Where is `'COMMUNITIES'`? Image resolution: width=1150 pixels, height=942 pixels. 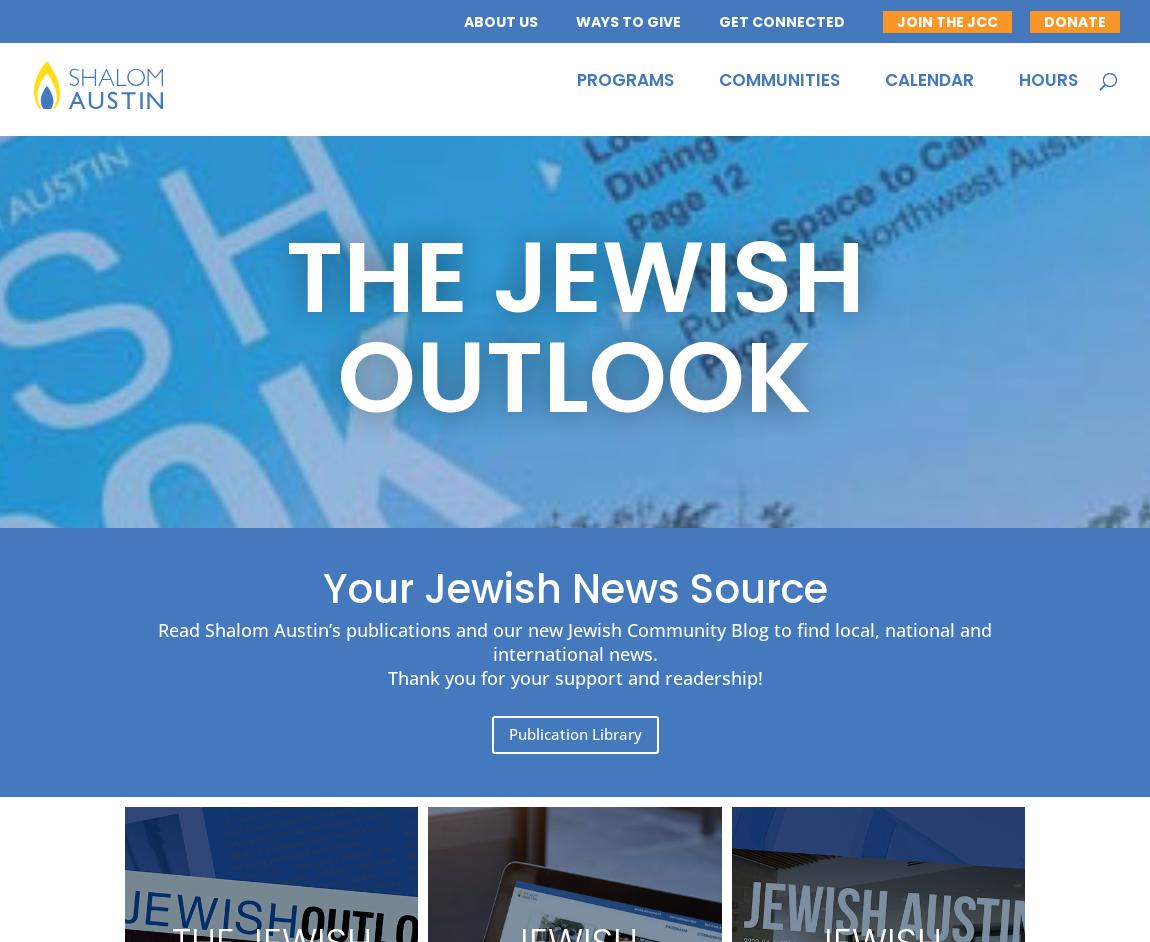 'COMMUNITIES' is located at coordinates (717, 88).